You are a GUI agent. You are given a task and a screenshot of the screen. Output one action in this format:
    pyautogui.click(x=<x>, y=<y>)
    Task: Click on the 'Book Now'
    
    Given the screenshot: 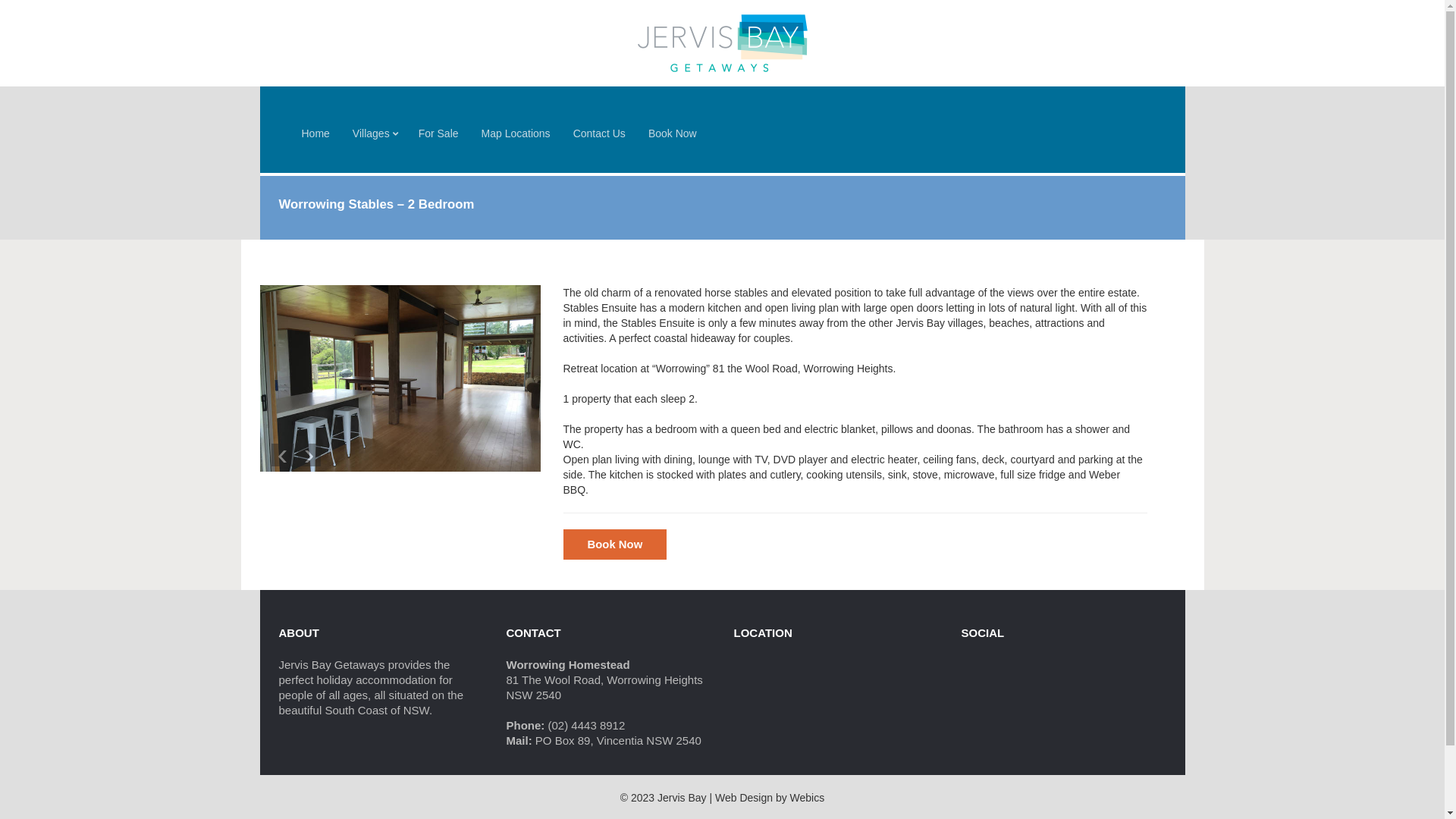 What is the action you would take?
    pyautogui.click(x=562, y=543)
    